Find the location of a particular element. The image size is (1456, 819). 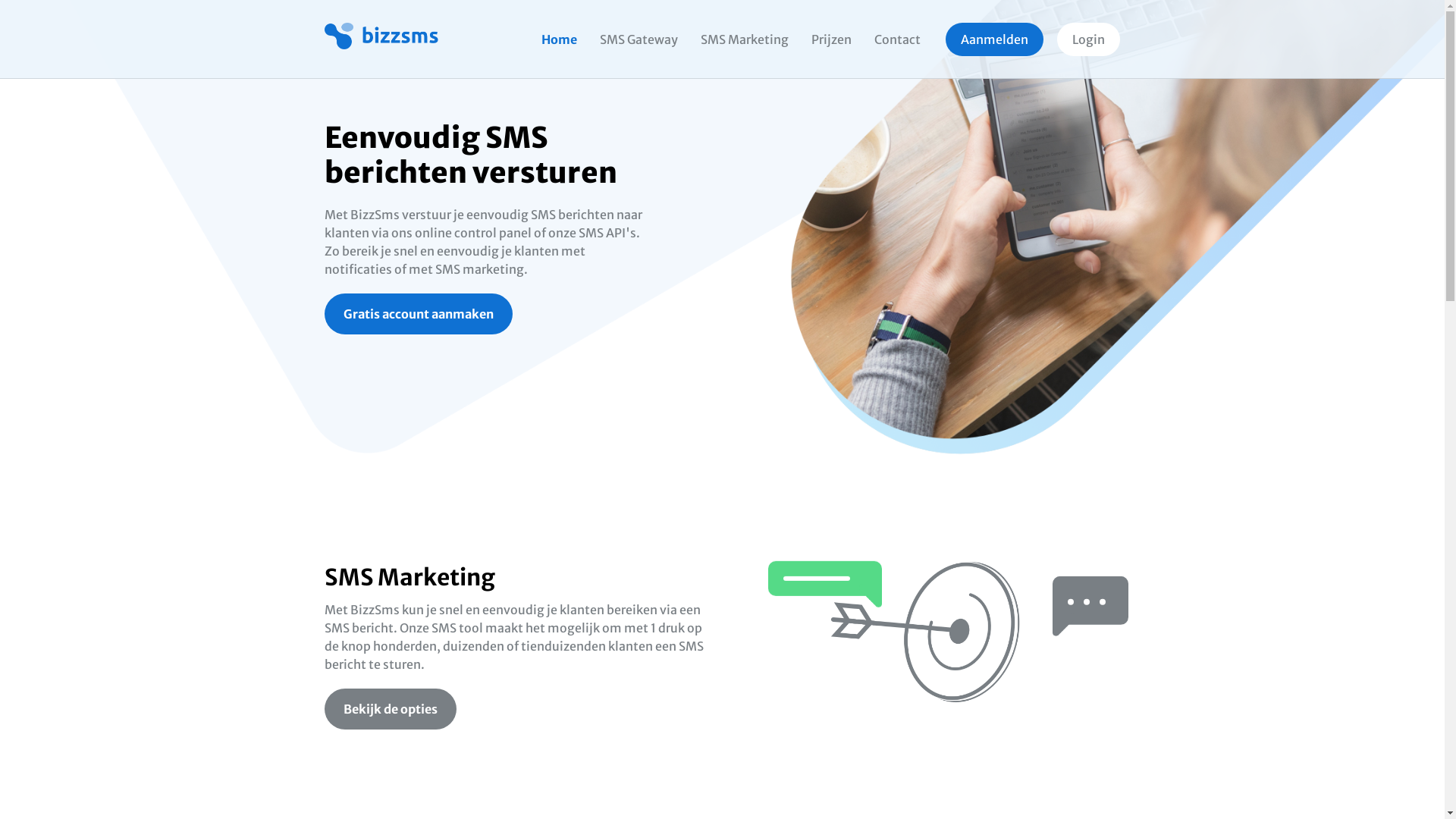

'SMS Gateway' is located at coordinates (588, 38).